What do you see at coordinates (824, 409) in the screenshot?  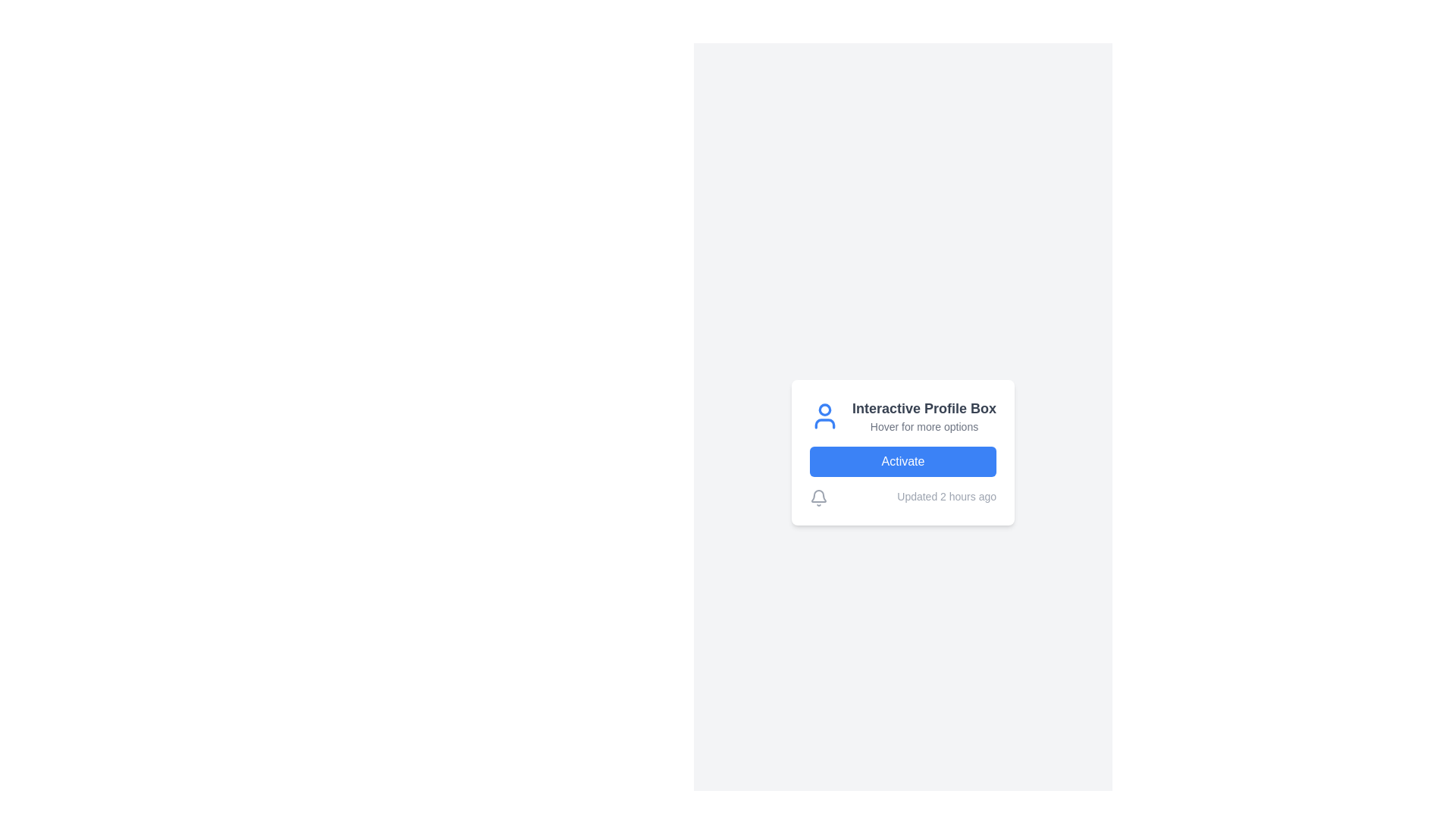 I see `the small circular graphical element located at the top center of the user icon in the 'Interactive Profile Box', which is styled with a blue hue` at bounding box center [824, 409].